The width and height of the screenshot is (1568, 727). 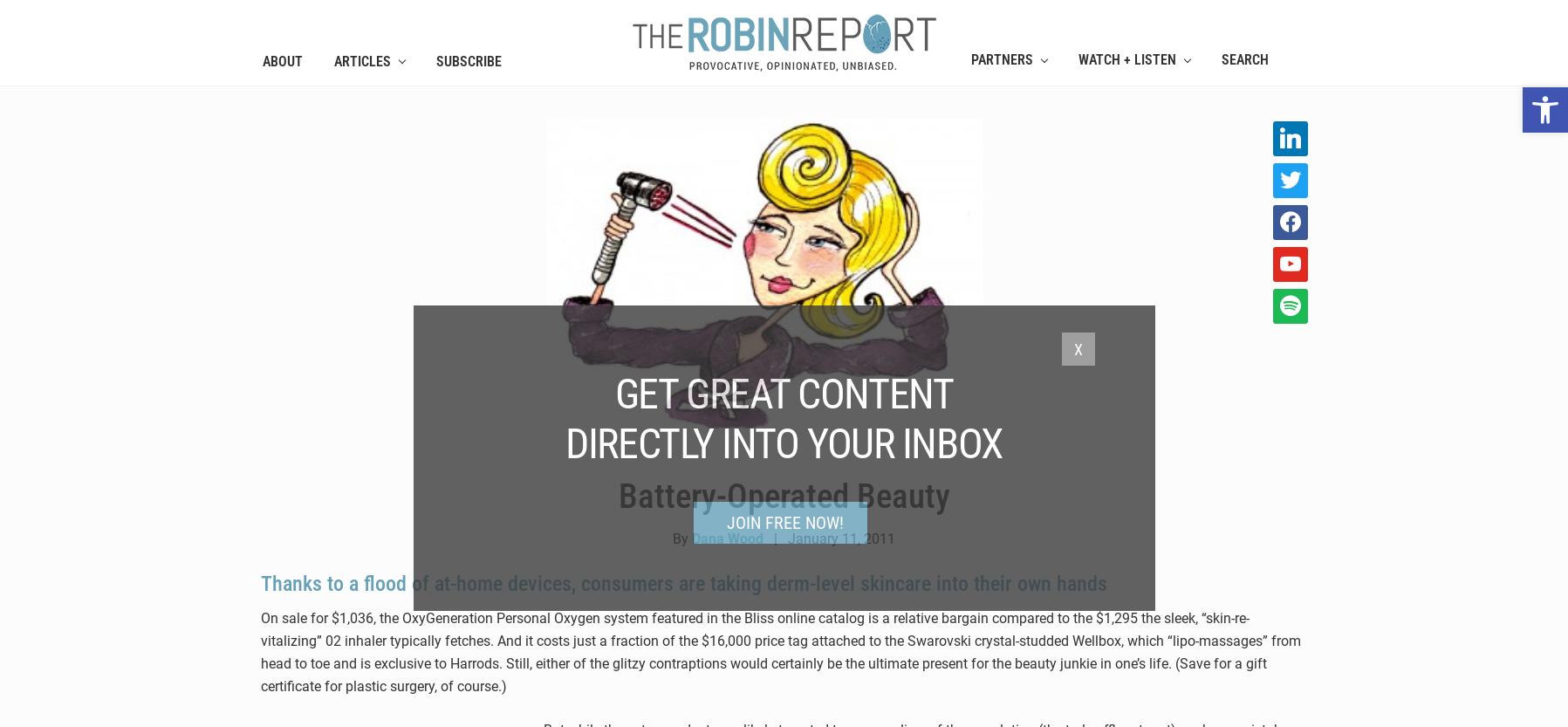 What do you see at coordinates (1243, 58) in the screenshot?
I see `'Search'` at bounding box center [1243, 58].